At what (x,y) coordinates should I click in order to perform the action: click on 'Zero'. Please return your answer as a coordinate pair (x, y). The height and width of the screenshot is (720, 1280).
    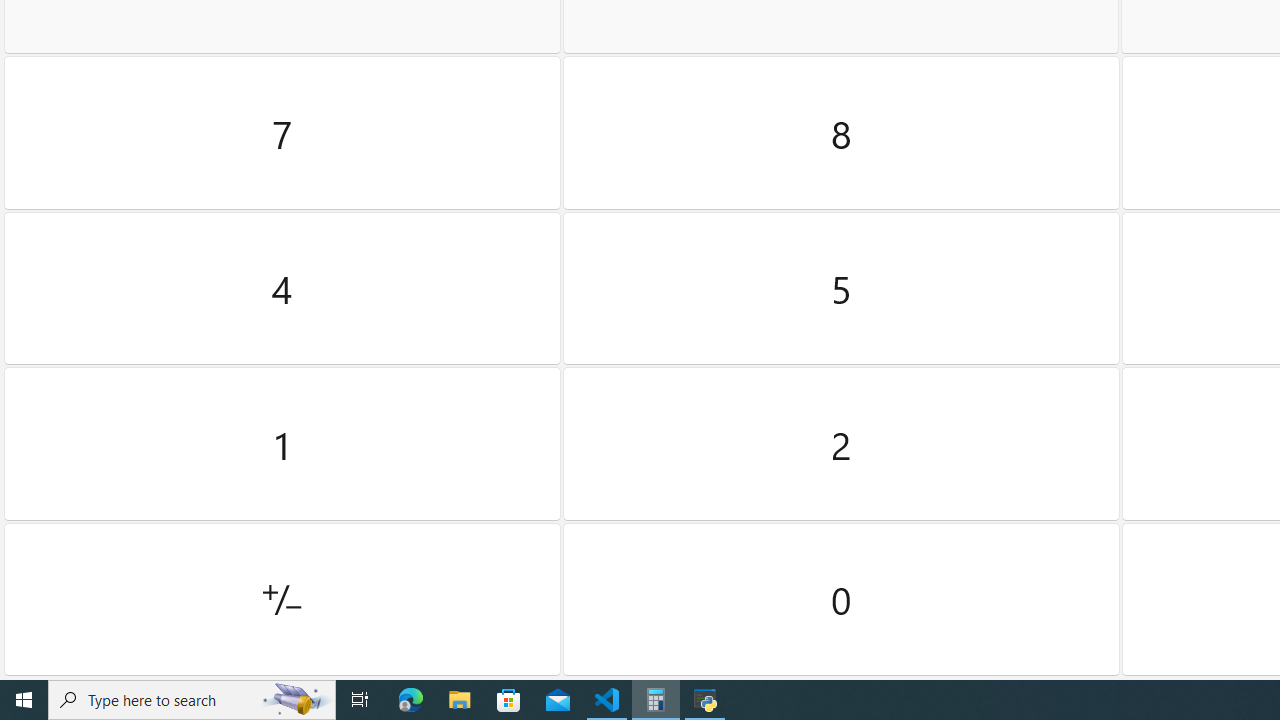
    Looking at the image, I should click on (841, 598).